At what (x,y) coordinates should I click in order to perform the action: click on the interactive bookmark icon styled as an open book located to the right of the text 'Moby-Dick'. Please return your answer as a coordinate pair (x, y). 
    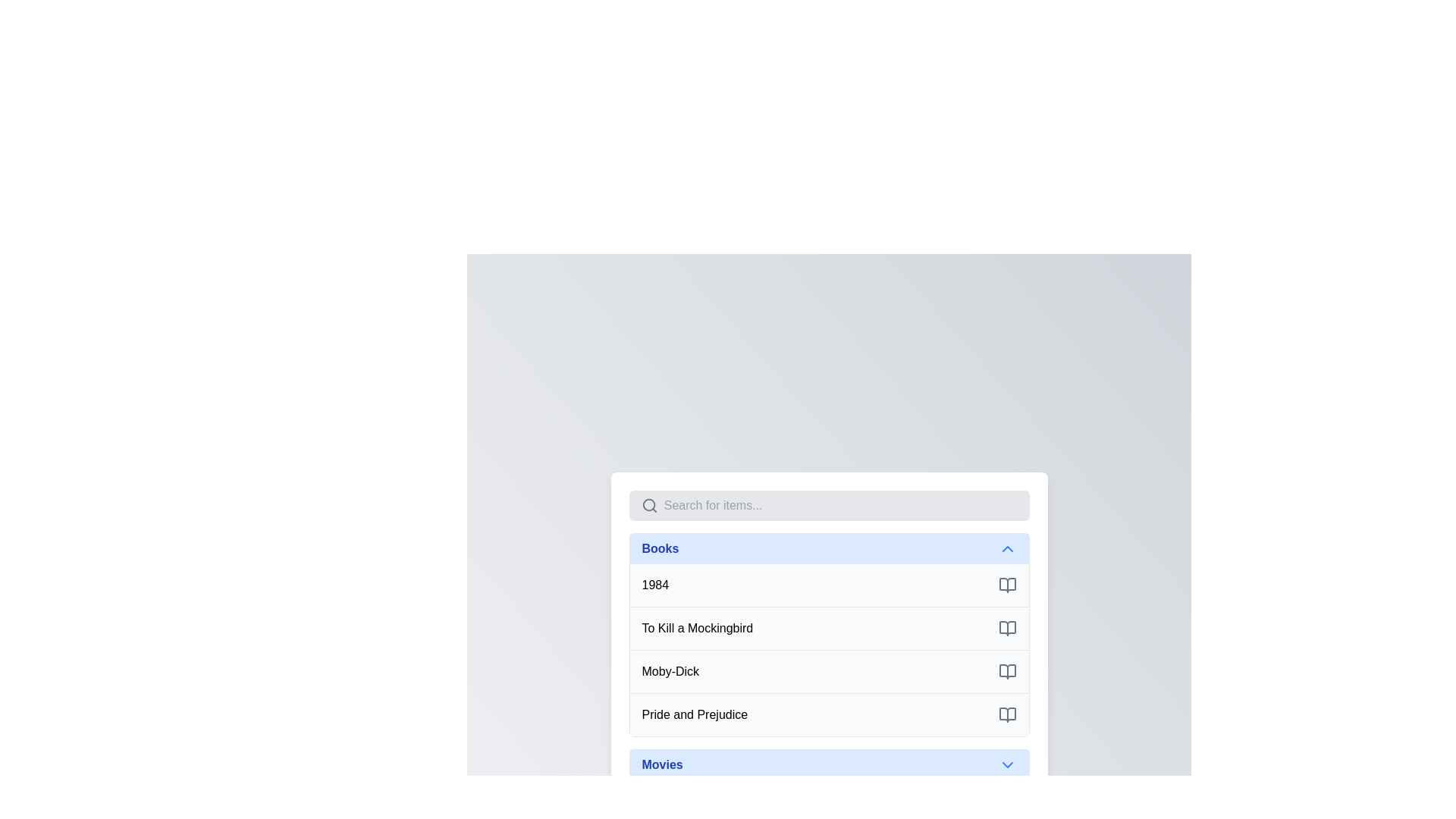
    Looking at the image, I should click on (1007, 670).